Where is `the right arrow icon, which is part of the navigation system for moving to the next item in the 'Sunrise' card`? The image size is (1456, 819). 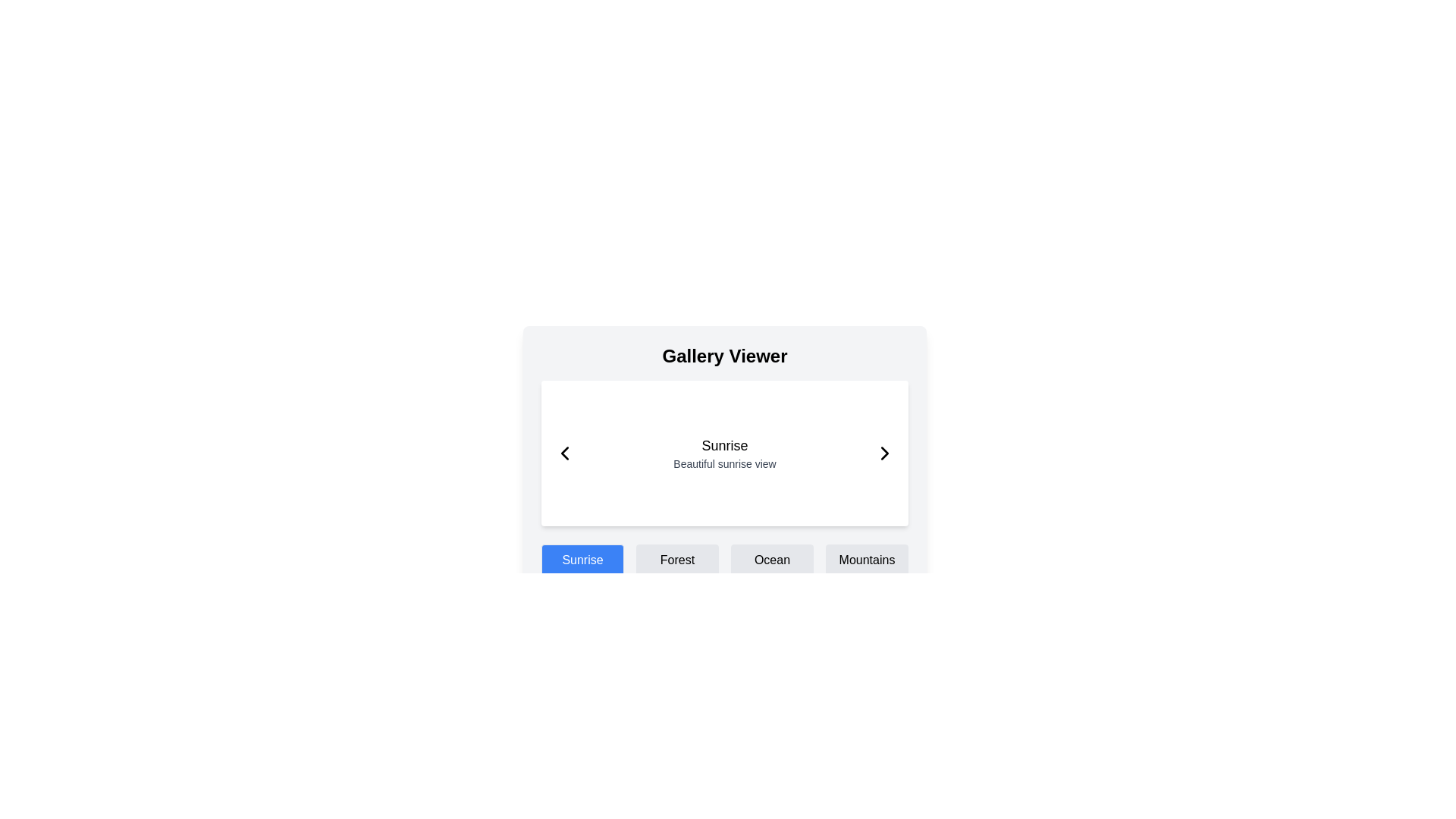
the right arrow icon, which is part of the navigation system for moving to the next item in the 'Sunrise' card is located at coordinates (884, 452).